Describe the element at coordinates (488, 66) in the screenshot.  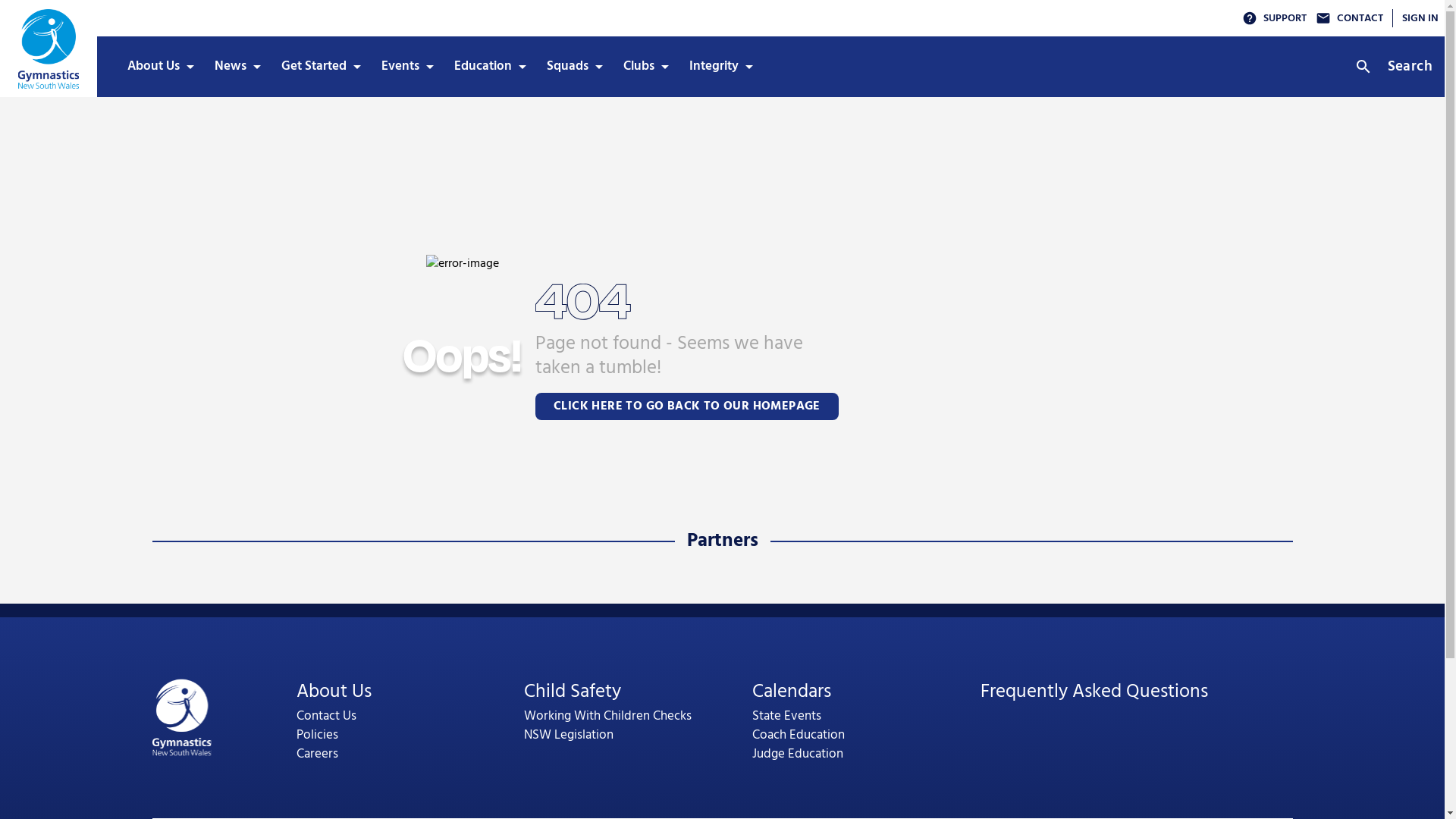
I see `'Education'` at that location.